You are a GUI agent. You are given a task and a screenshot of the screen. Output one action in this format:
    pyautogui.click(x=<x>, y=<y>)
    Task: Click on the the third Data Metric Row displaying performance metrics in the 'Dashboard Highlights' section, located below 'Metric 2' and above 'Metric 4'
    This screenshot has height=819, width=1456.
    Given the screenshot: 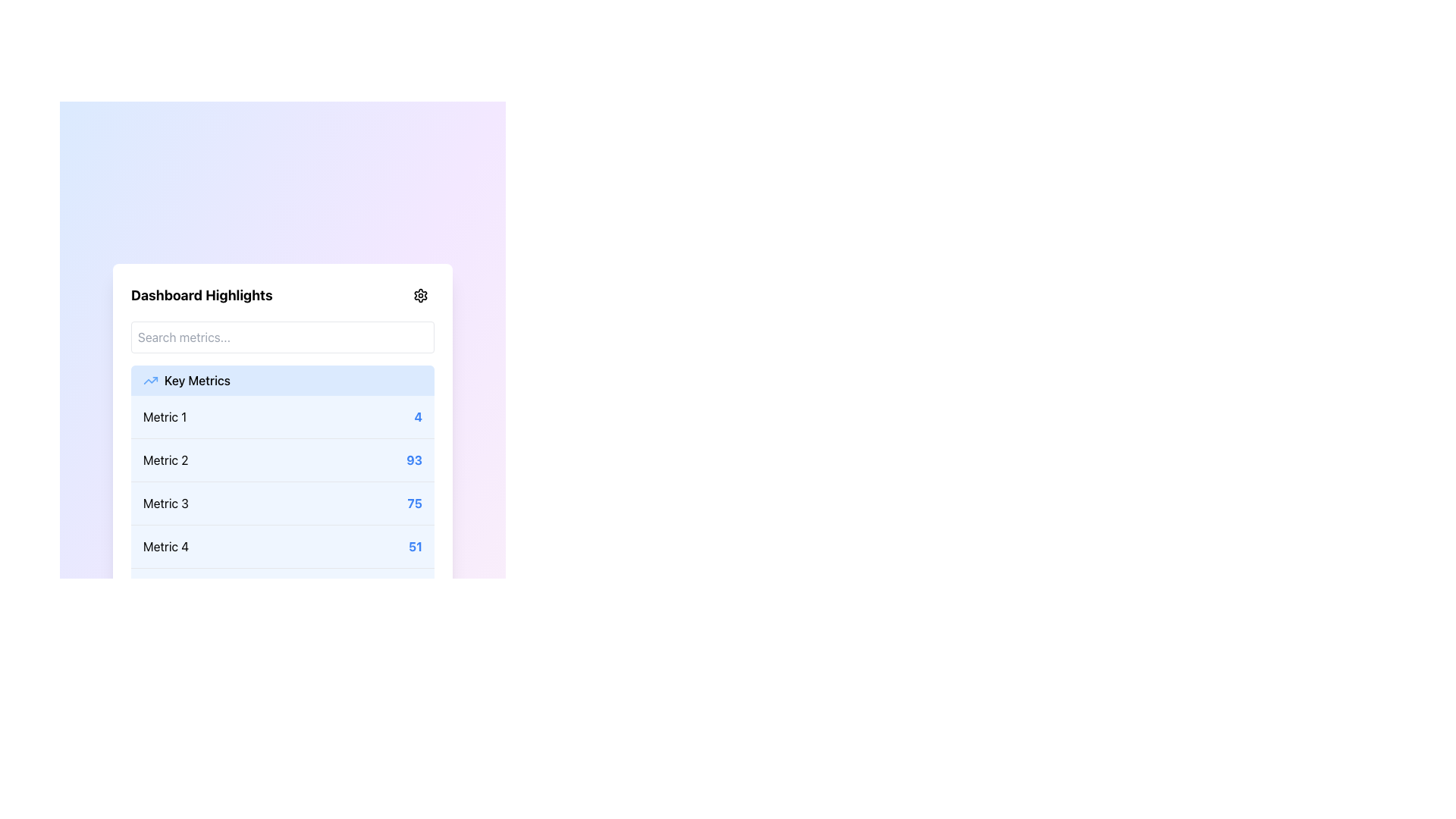 What is the action you would take?
    pyautogui.click(x=283, y=503)
    